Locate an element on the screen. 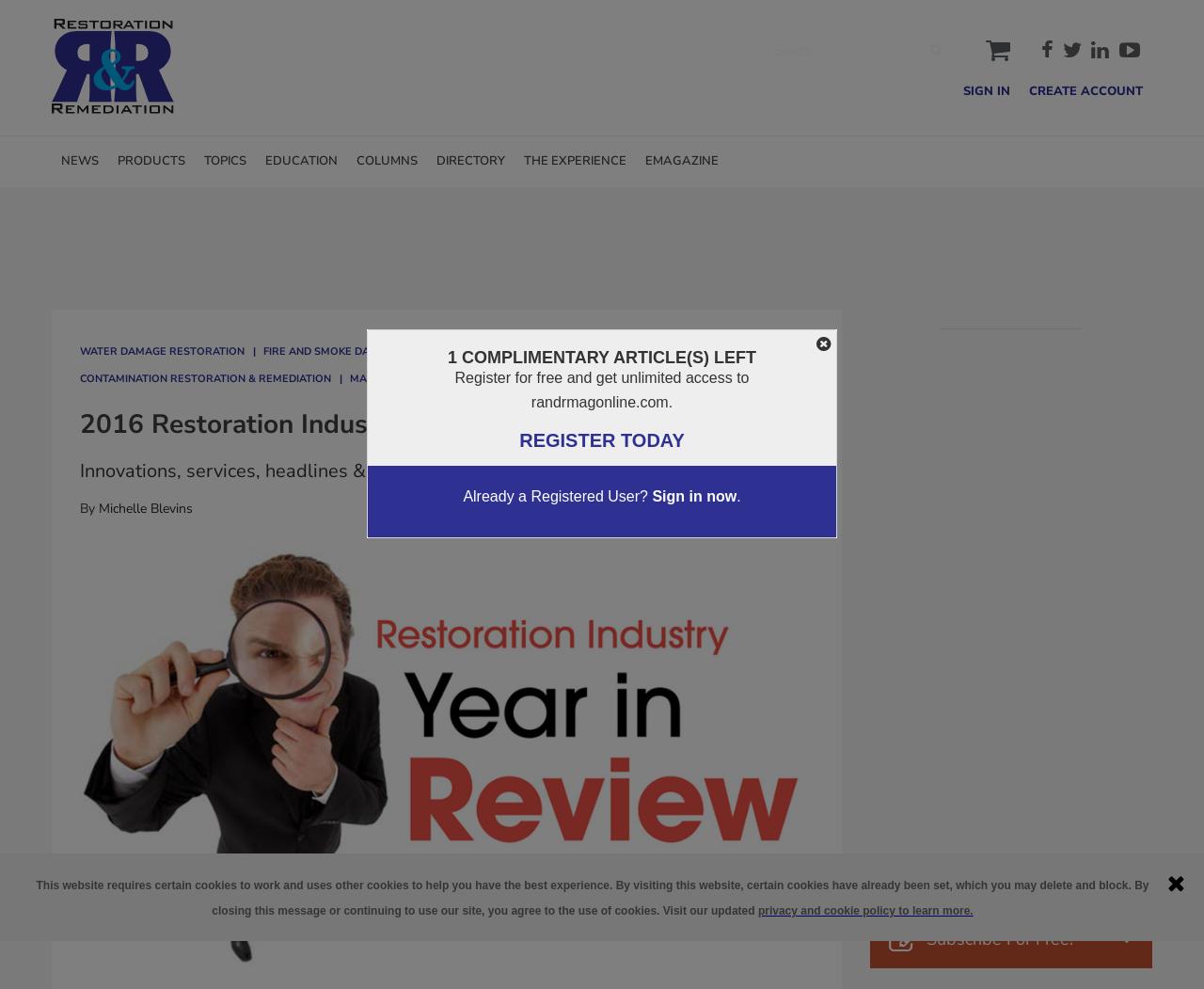 The height and width of the screenshot is (989, 1204). 'Fire and Smoke Damage Restoration' is located at coordinates (371, 349).